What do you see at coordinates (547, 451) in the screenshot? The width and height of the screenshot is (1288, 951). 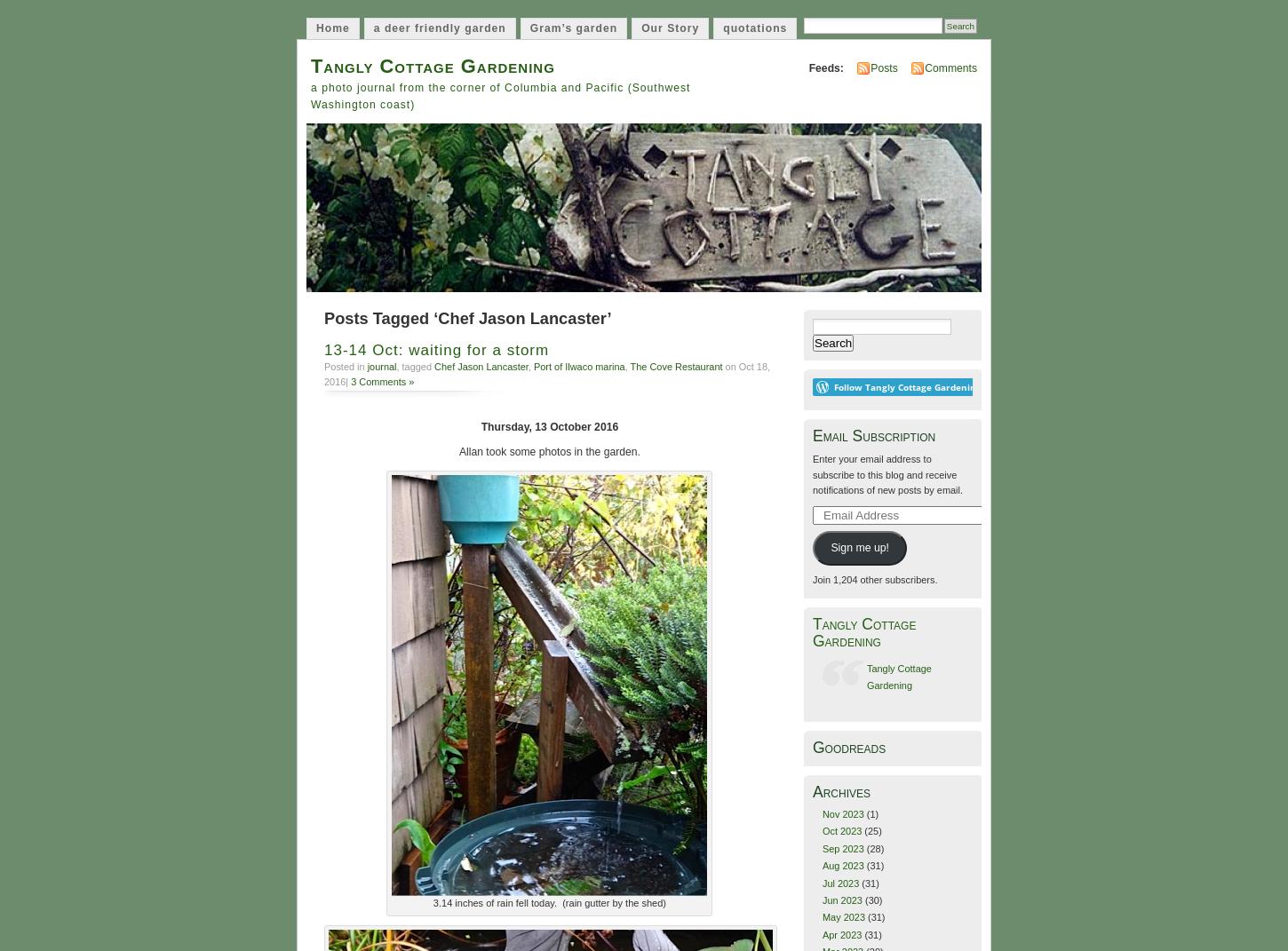 I see `'Allan took some photos in the garden.'` at bounding box center [547, 451].